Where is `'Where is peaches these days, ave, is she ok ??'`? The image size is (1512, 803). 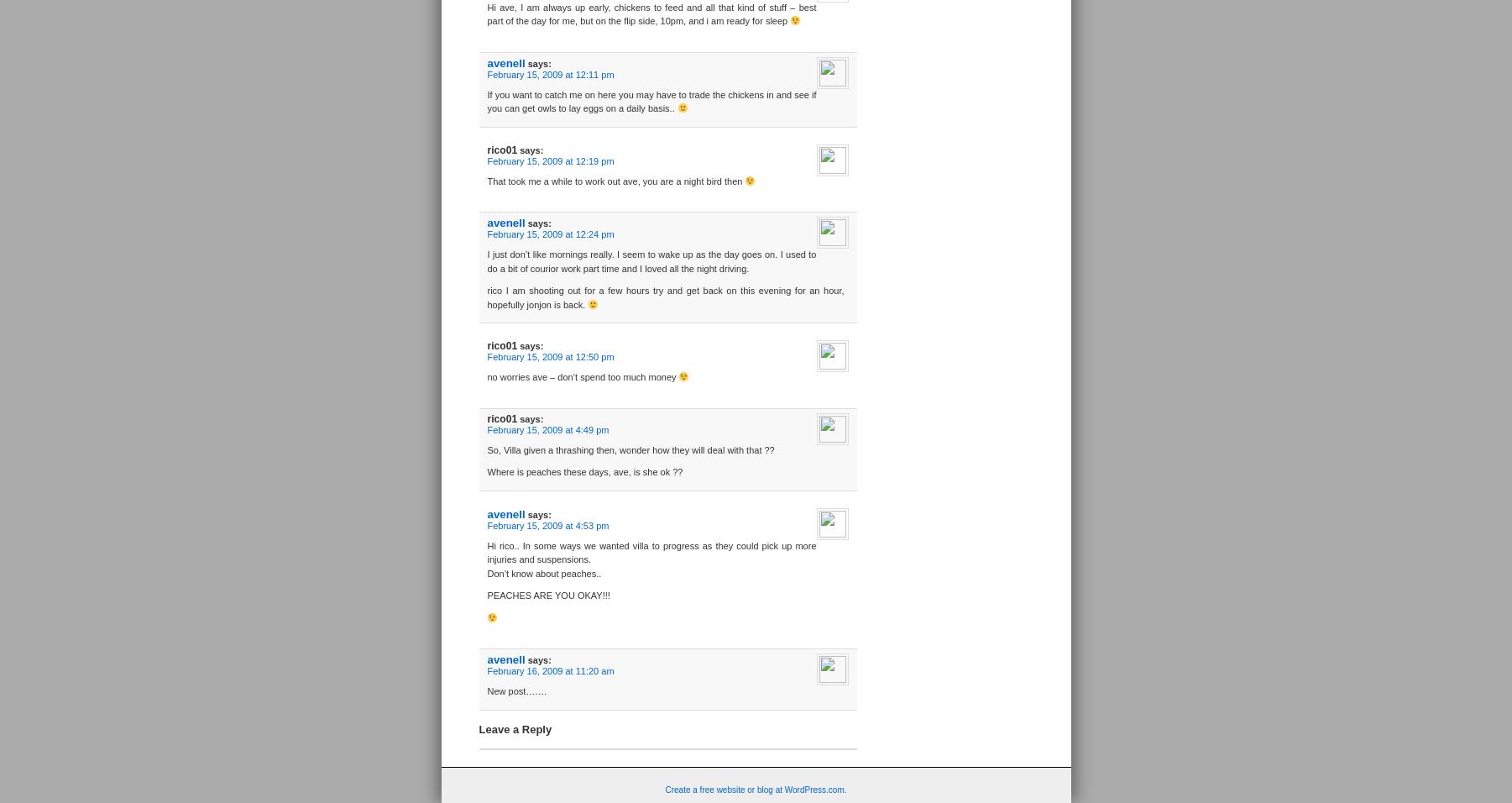 'Where is peaches these days, ave, is she ok ??' is located at coordinates (486, 471).